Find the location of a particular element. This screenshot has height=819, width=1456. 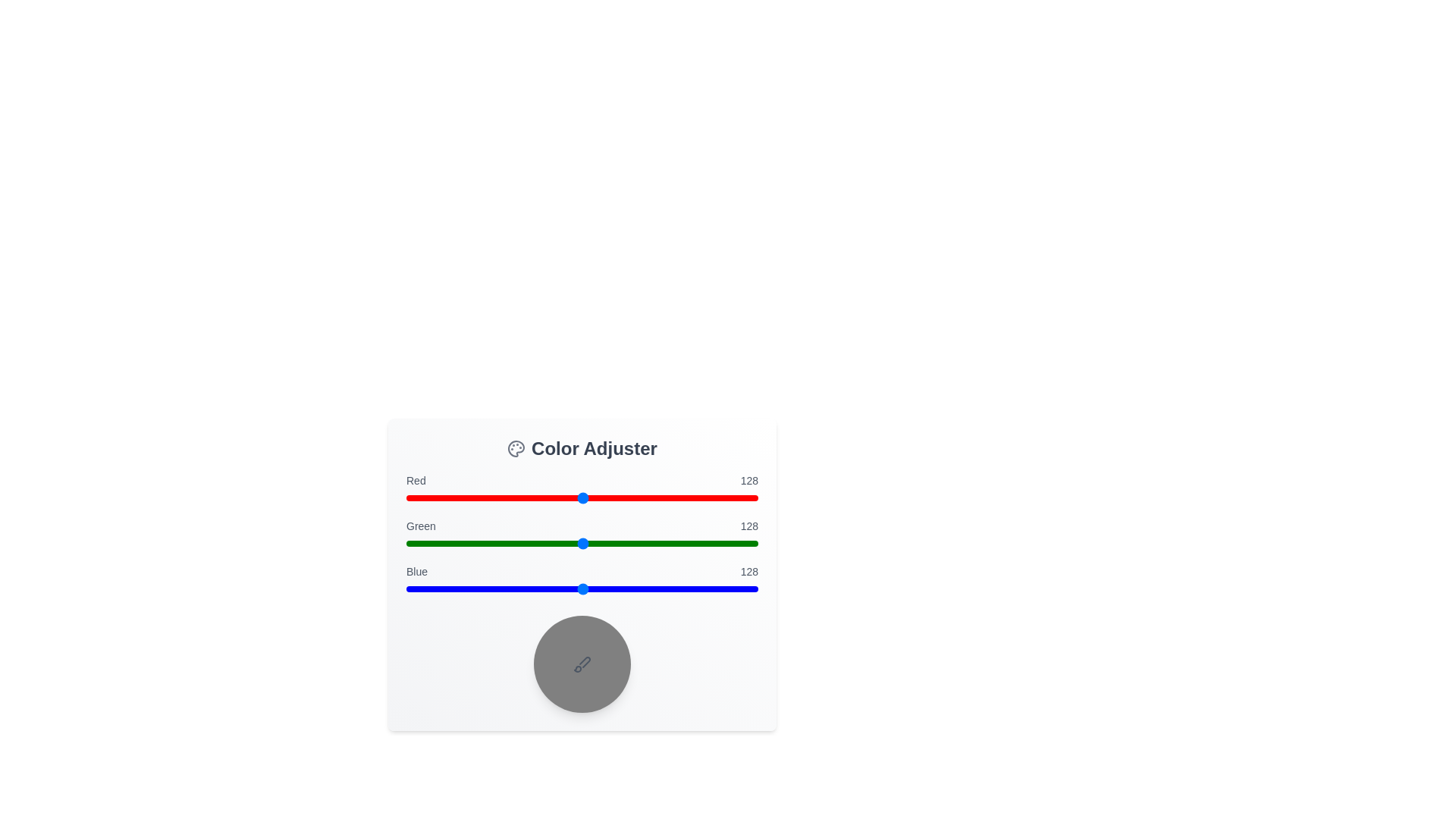

the red slider to the value 106 is located at coordinates (551, 497).